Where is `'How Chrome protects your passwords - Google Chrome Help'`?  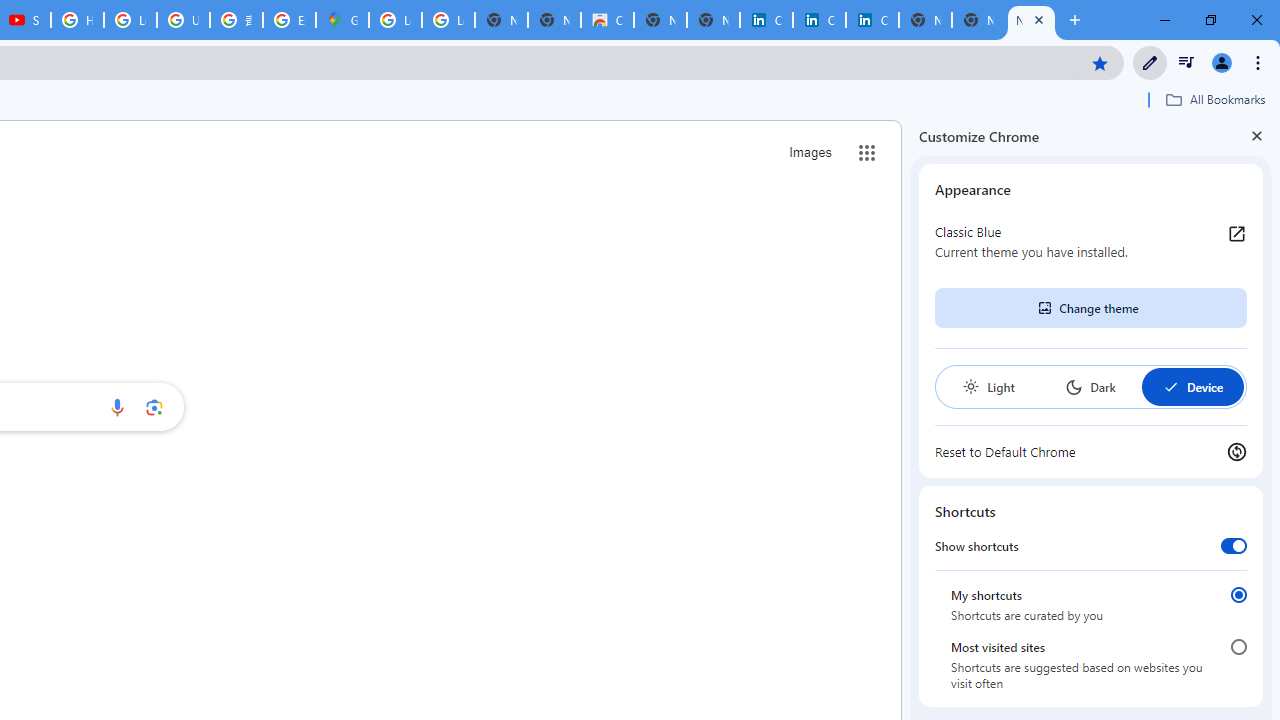
'How Chrome protects your passwords - Google Chrome Help' is located at coordinates (77, 20).